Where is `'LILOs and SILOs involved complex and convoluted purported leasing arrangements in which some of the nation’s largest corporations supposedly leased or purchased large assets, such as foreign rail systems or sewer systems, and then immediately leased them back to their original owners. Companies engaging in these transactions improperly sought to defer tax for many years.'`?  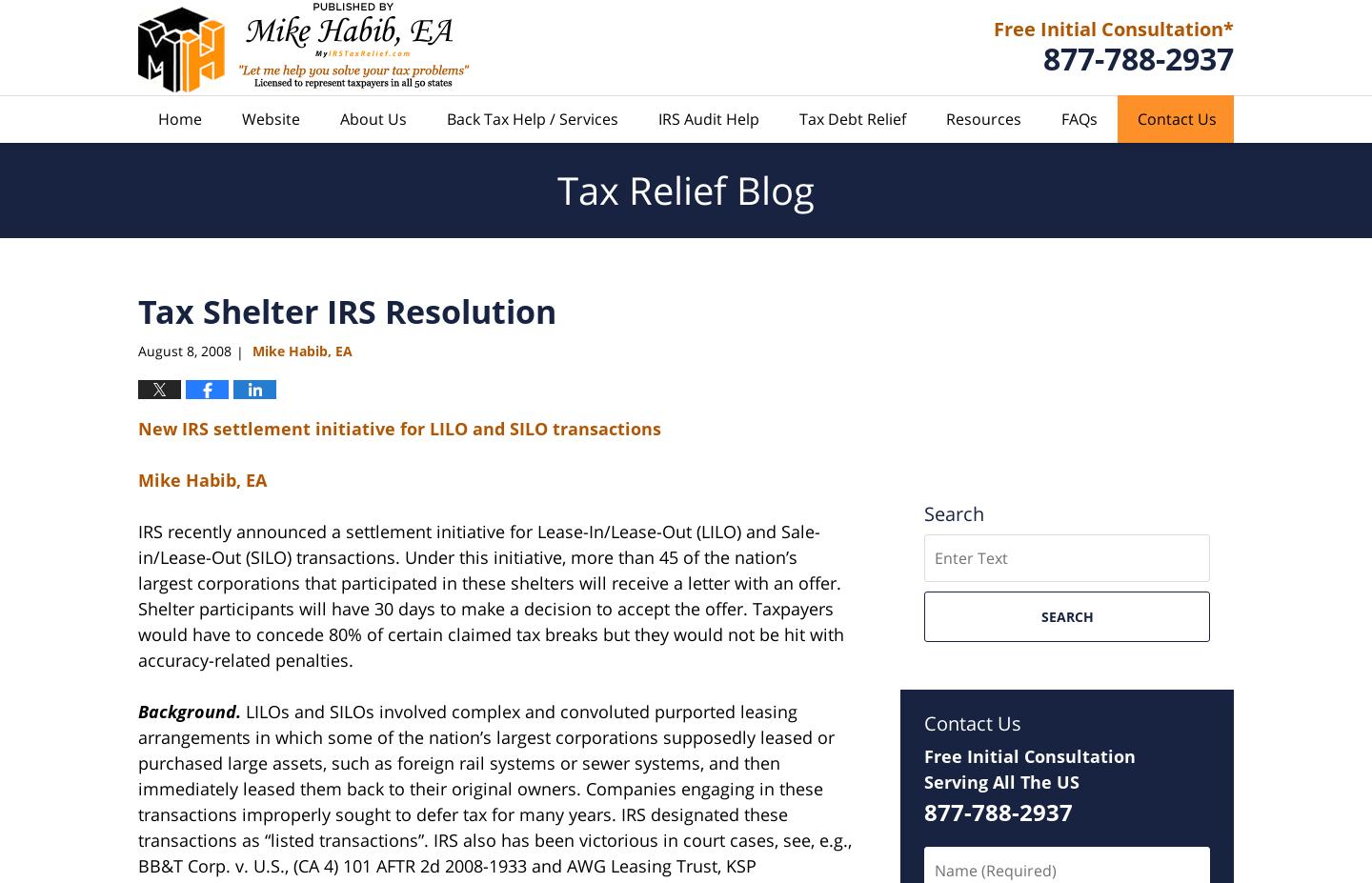
'LILOs and SILOs involved complex and convoluted purported leasing arrangements in which some of the nation’s largest corporations supposedly leased or purchased large assets, such as foreign rail systems or sewer systems, and then immediately leased them back to their original owners. Companies engaging in these transactions improperly sought to defer tax for many years.' is located at coordinates (485, 763).